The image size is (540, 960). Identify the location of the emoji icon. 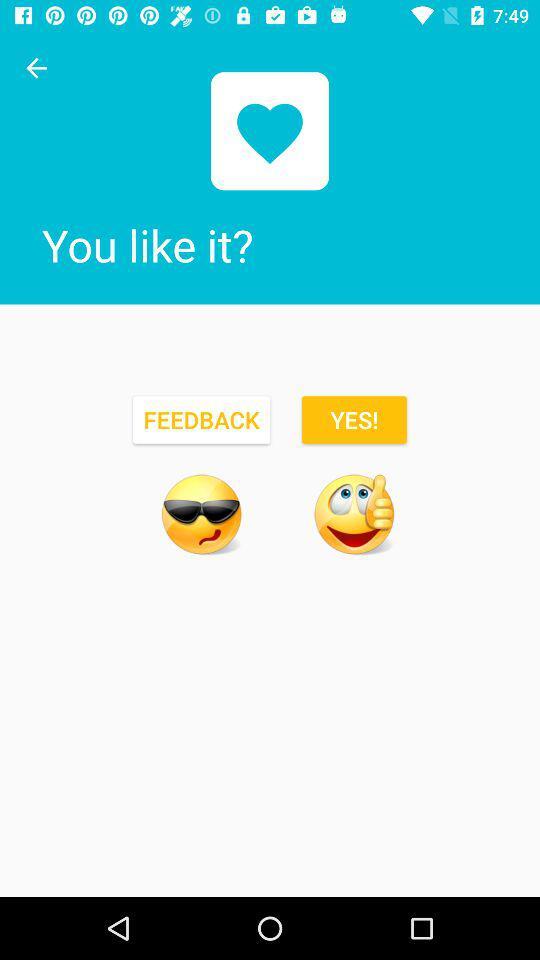
(201, 513).